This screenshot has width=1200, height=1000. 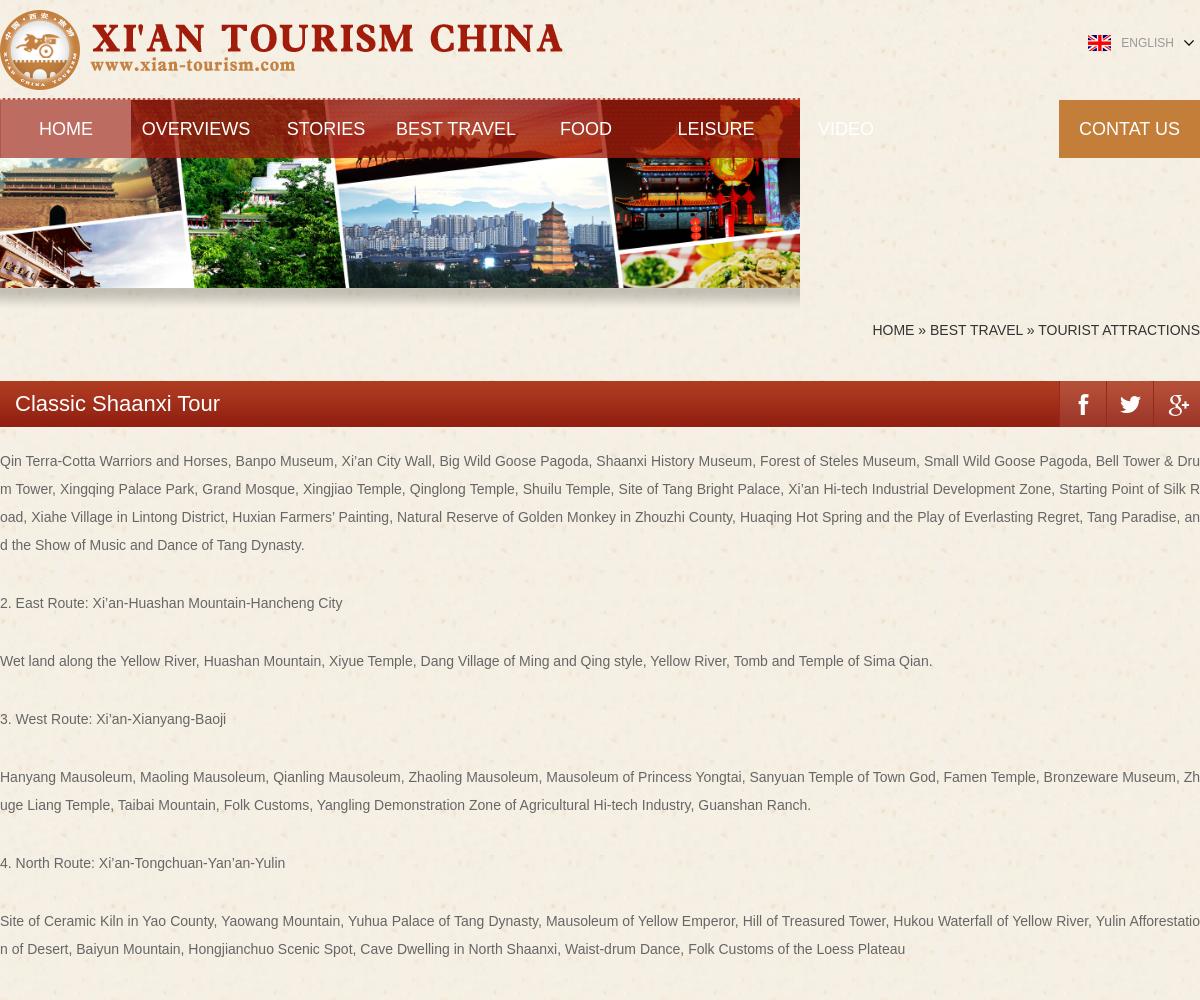 I want to click on 'Home', so click(x=871, y=328).